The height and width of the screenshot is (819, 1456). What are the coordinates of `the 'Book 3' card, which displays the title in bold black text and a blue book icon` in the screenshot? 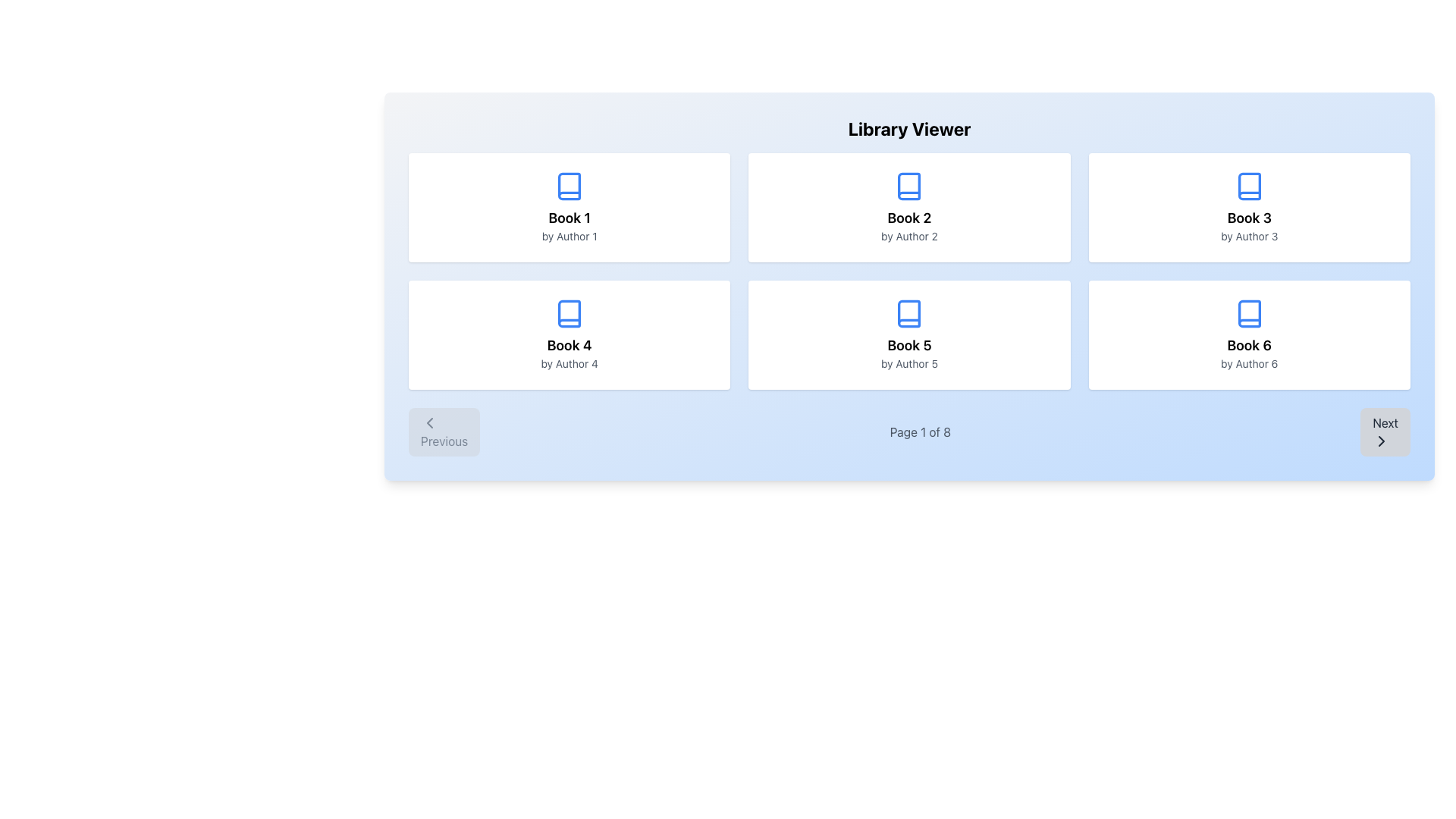 It's located at (1249, 207).